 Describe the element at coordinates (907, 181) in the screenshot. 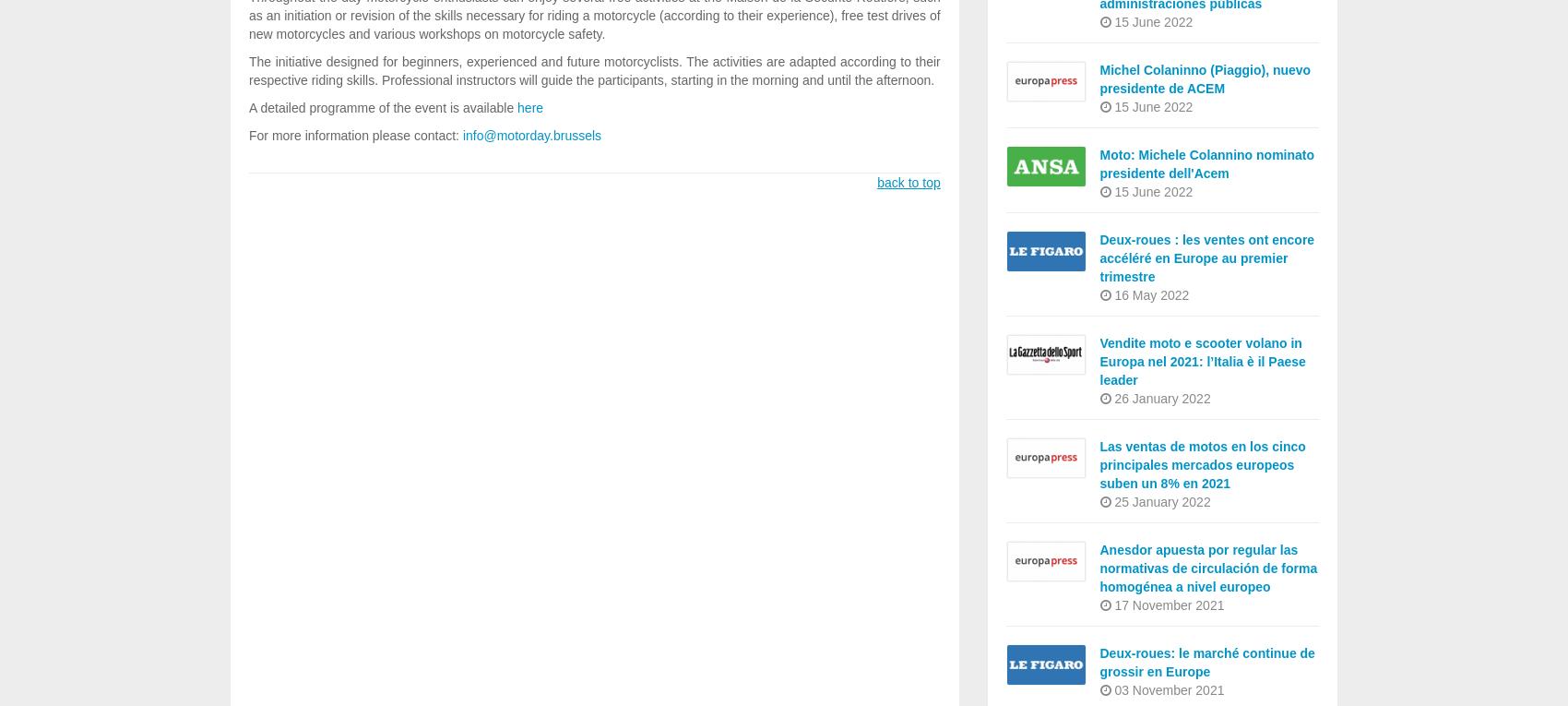

I see `'back to top'` at that location.